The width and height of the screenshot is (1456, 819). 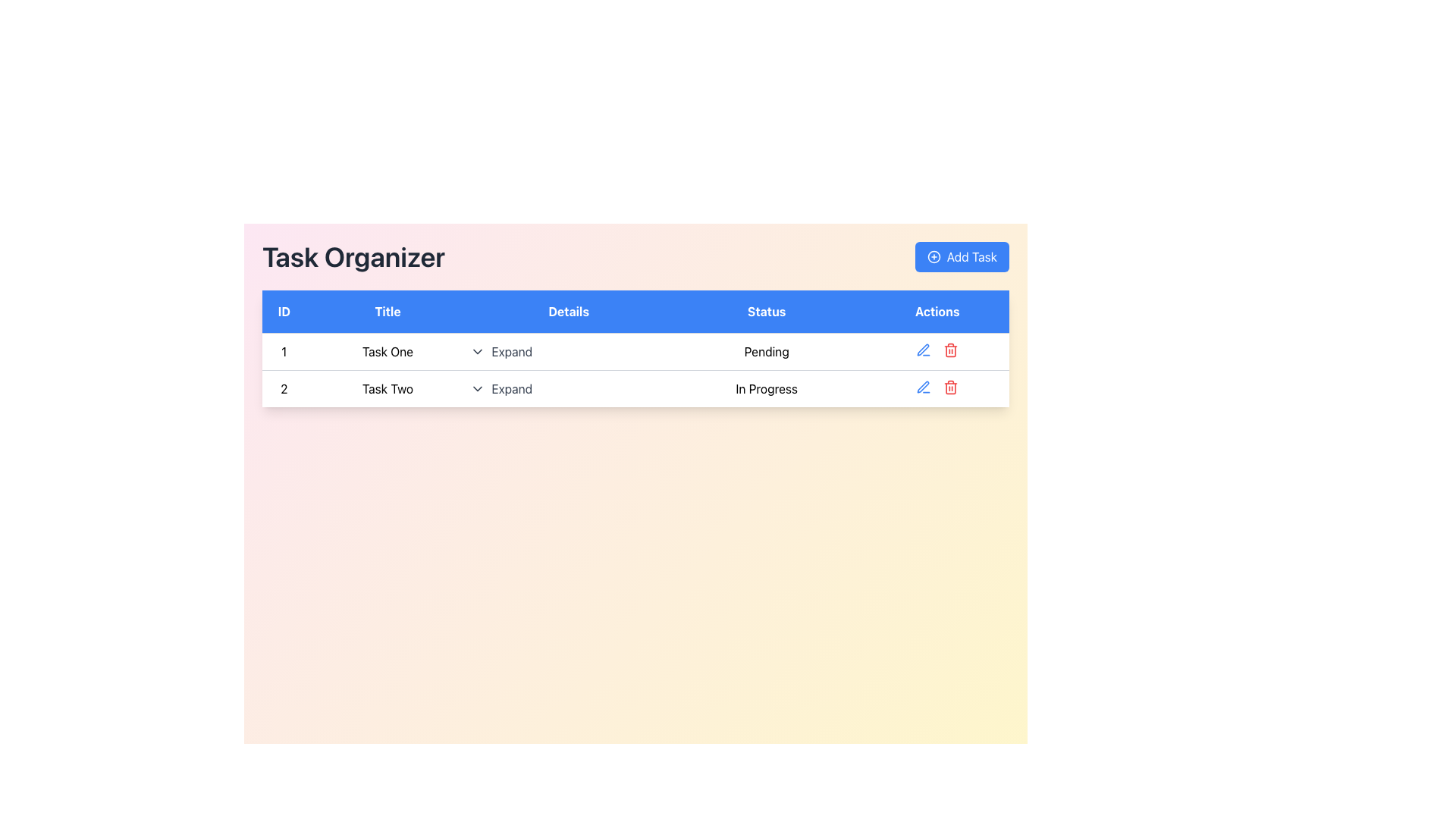 What do you see at coordinates (512, 351) in the screenshot?
I see `the 'Expand' label, which displays the text in gray and is located in the second row under the 'Details' column, positioned to the right of a small arrow icon` at bounding box center [512, 351].